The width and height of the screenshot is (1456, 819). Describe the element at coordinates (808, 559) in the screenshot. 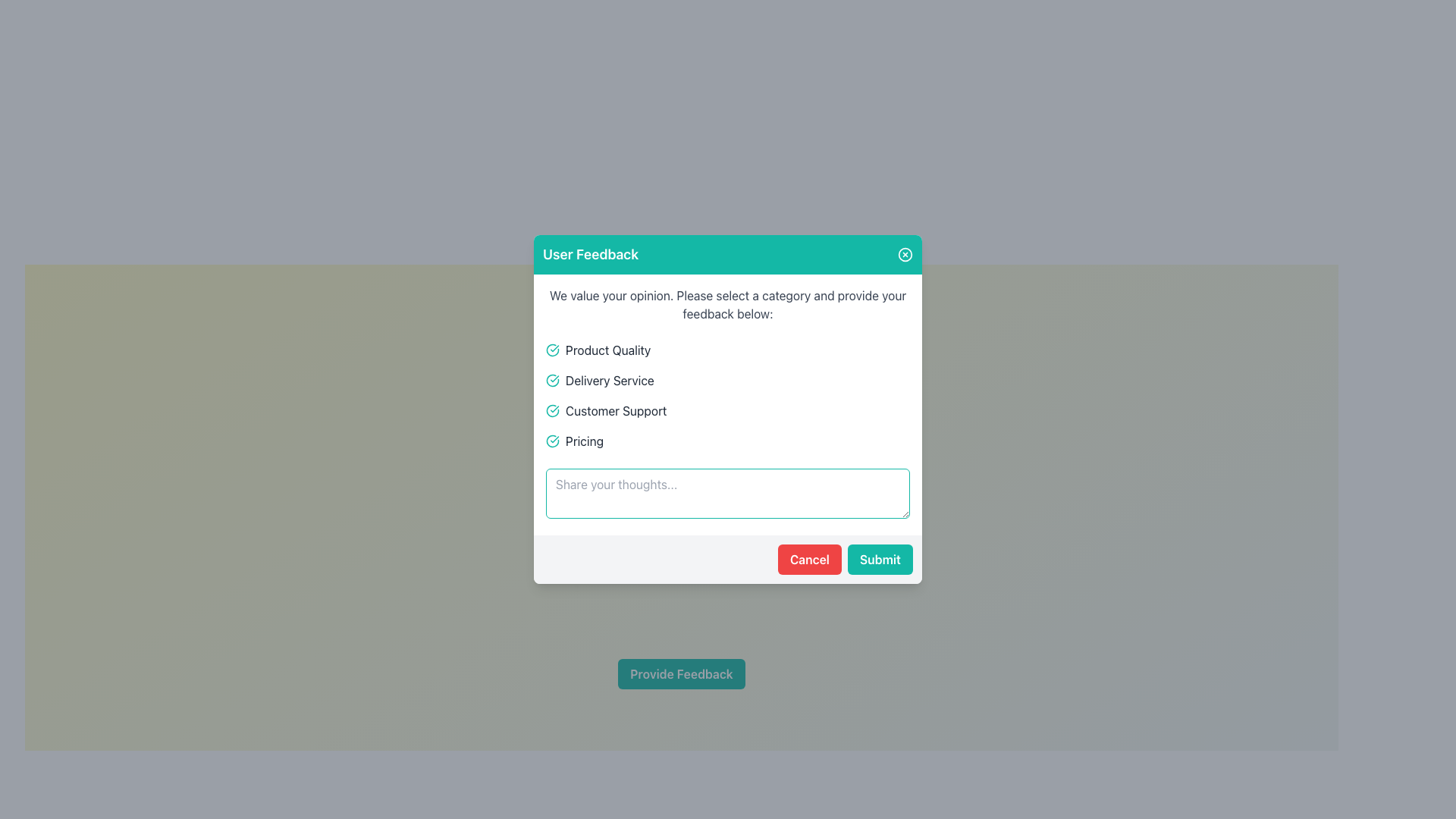

I see `the 'Cancel' button, which is a bright red button with white text, located in the lower-right section of the feedback modal window, directly to the left of the green 'Submit' button, to observe the hover effect` at that location.